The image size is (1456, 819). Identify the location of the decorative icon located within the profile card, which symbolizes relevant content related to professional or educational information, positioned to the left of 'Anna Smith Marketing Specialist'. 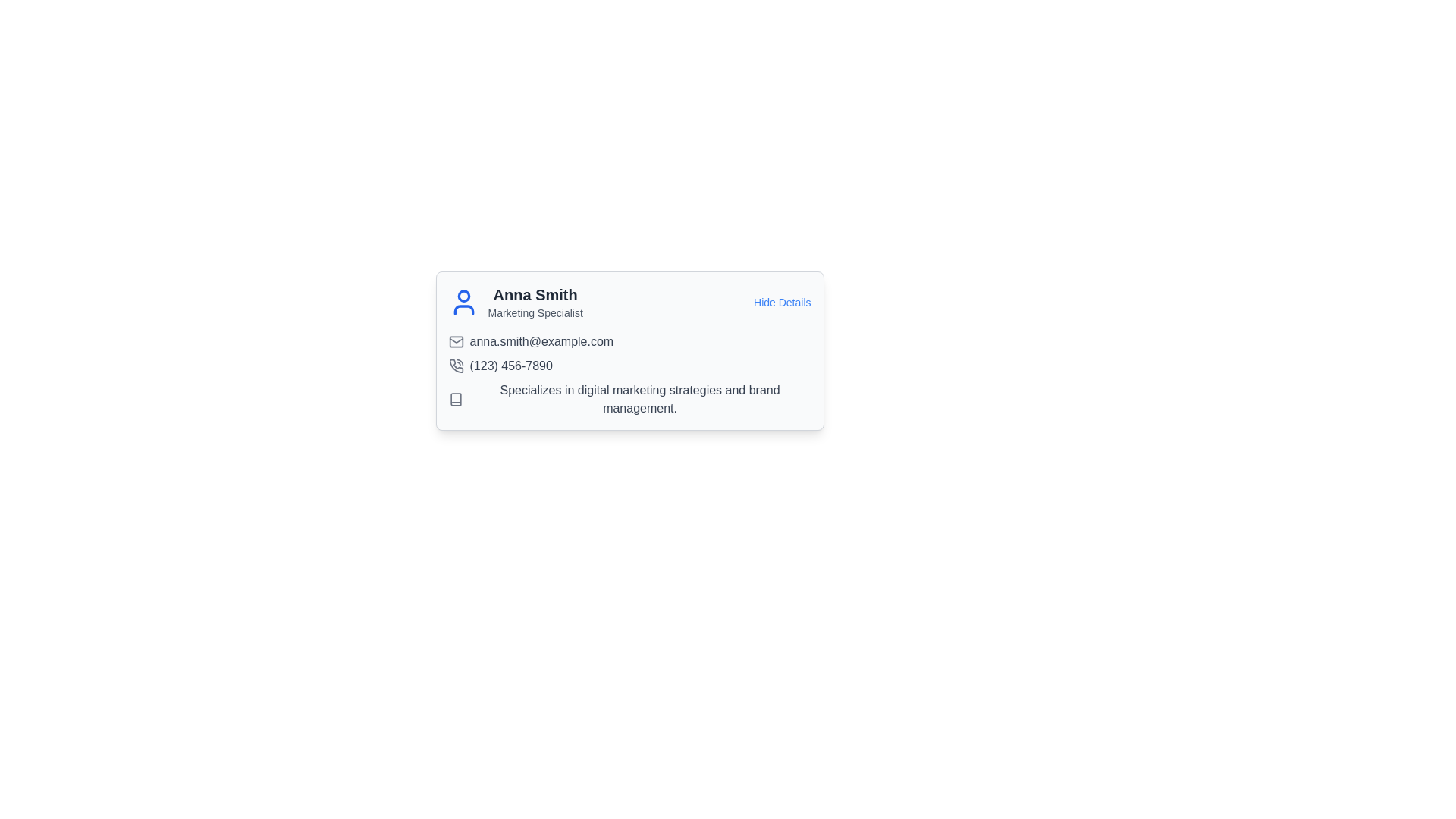
(455, 399).